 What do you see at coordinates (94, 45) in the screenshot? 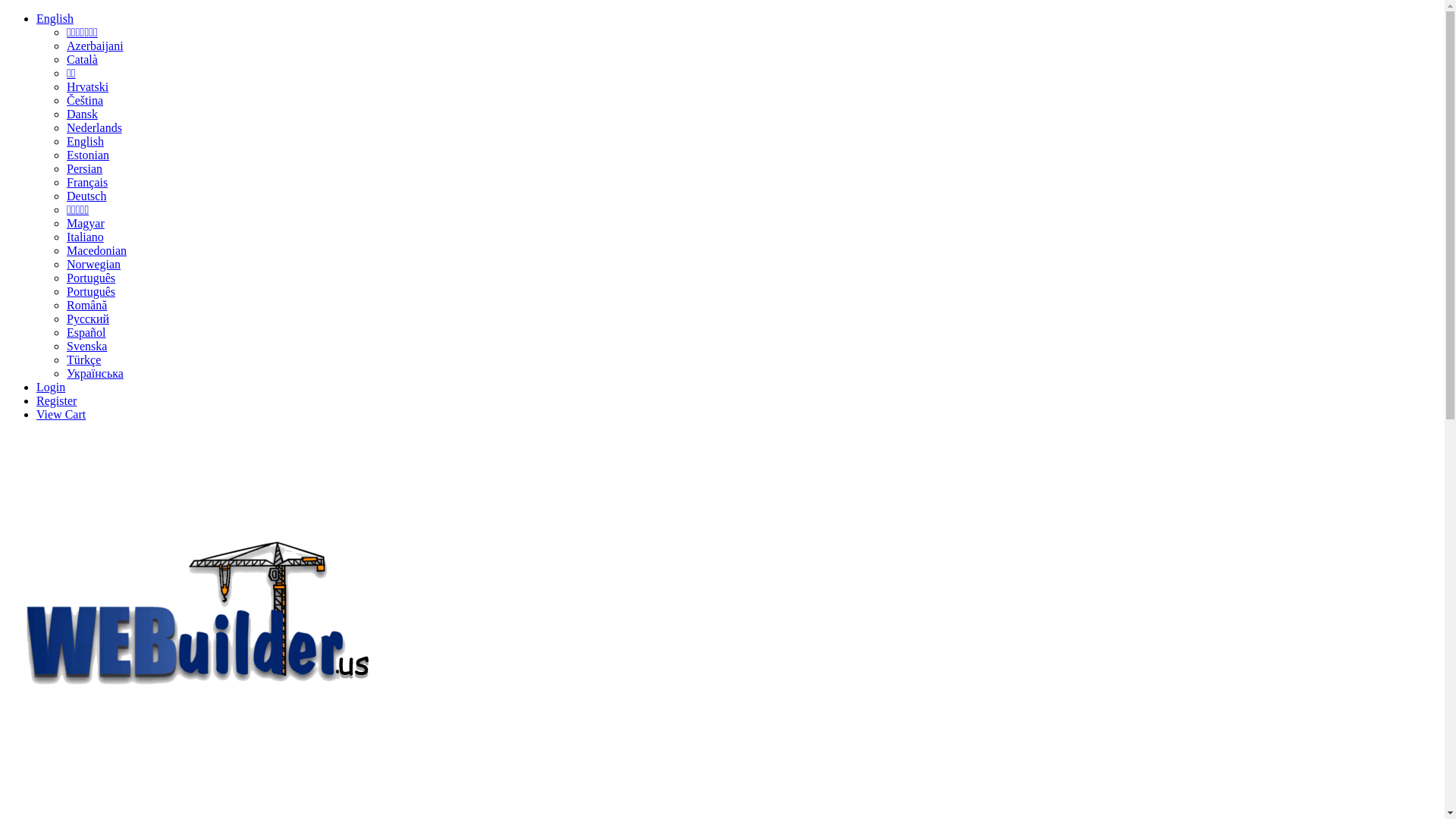
I see `'Azerbaijani'` at bounding box center [94, 45].